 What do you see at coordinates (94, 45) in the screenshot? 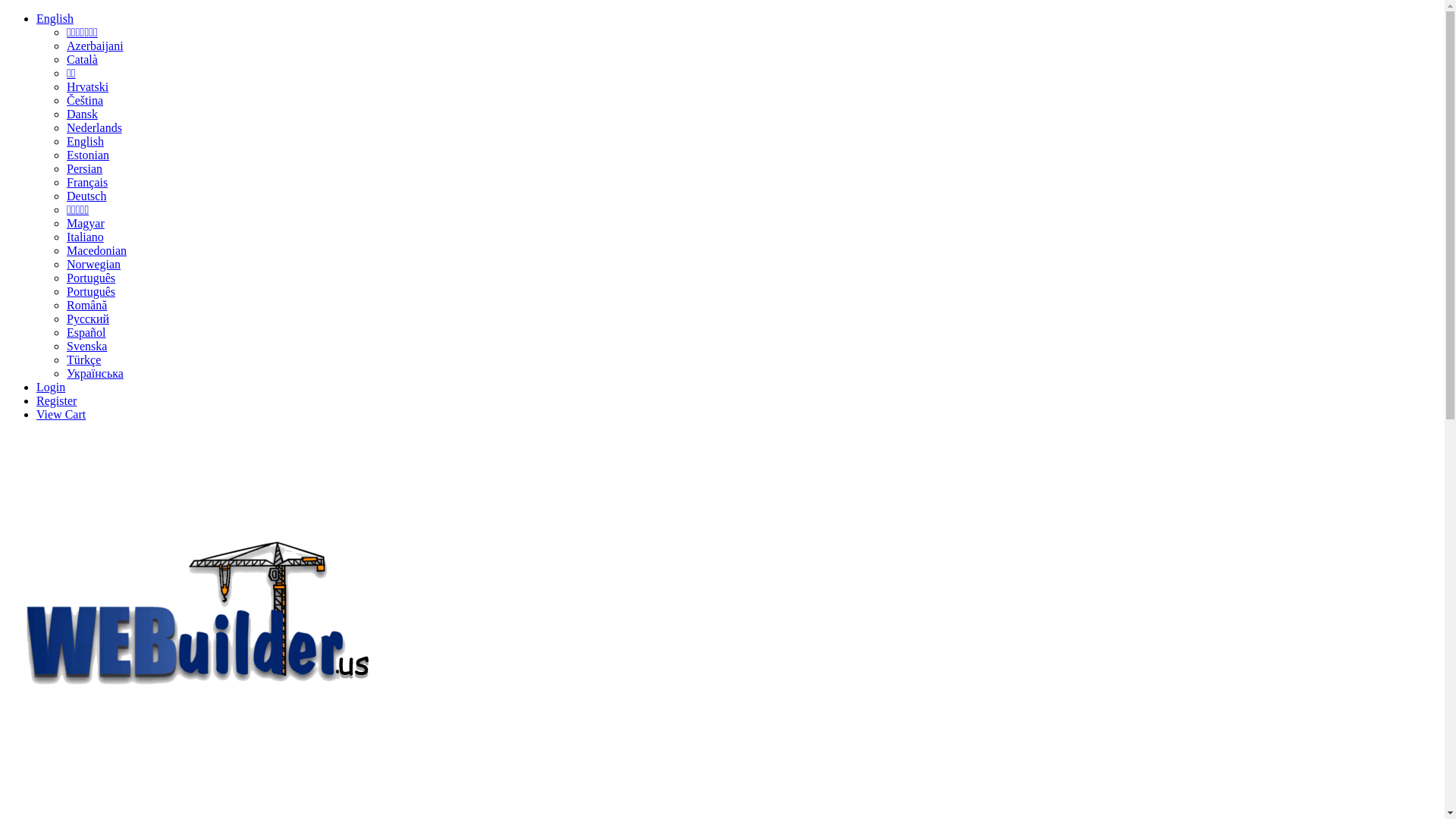
I see `'Azerbaijani'` at bounding box center [94, 45].